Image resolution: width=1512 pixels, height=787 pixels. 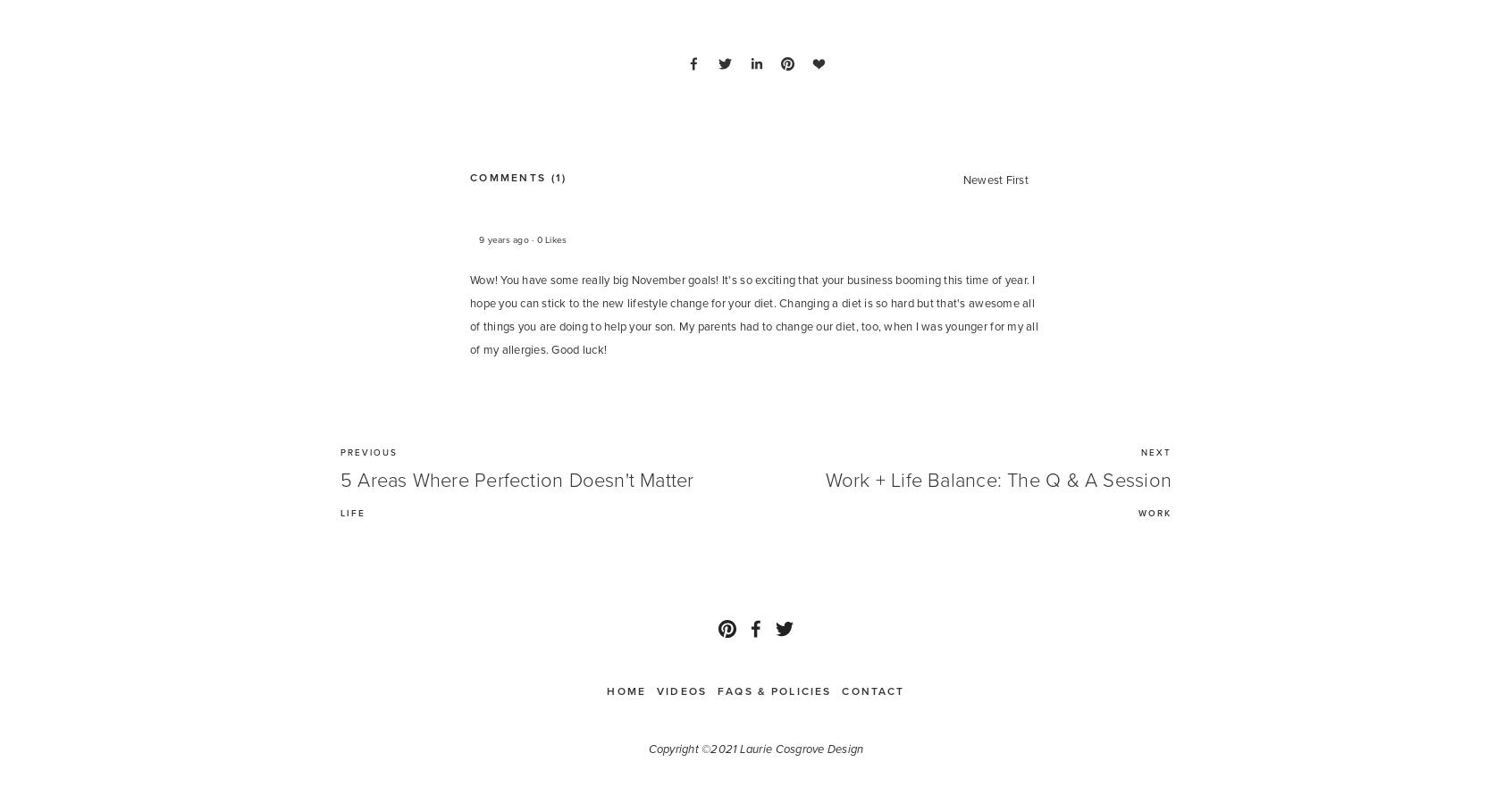 What do you see at coordinates (626, 690) in the screenshot?
I see `'Home'` at bounding box center [626, 690].